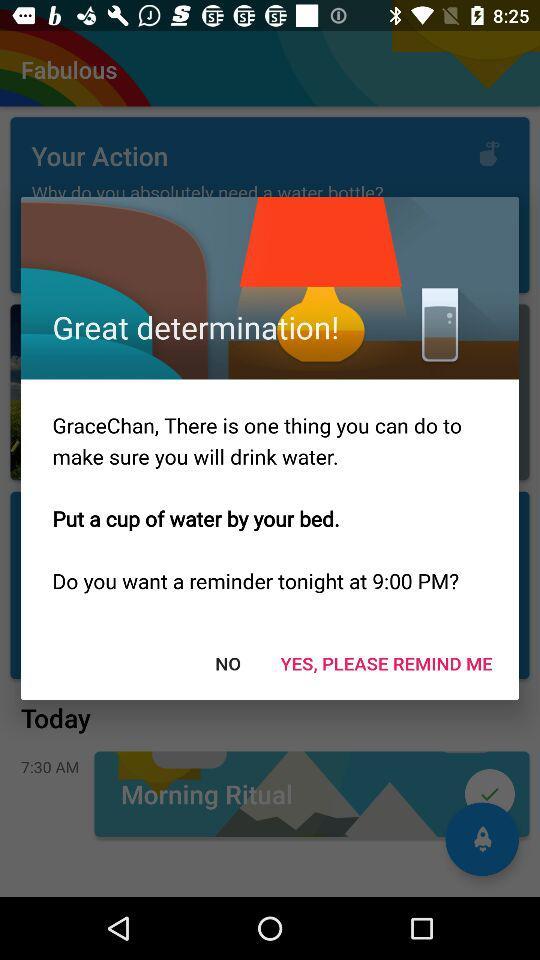 Image resolution: width=540 pixels, height=960 pixels. Describe the element at coordinates (386, 663) in the screenshot. I see `the icon at the bottom right corner` at that location.